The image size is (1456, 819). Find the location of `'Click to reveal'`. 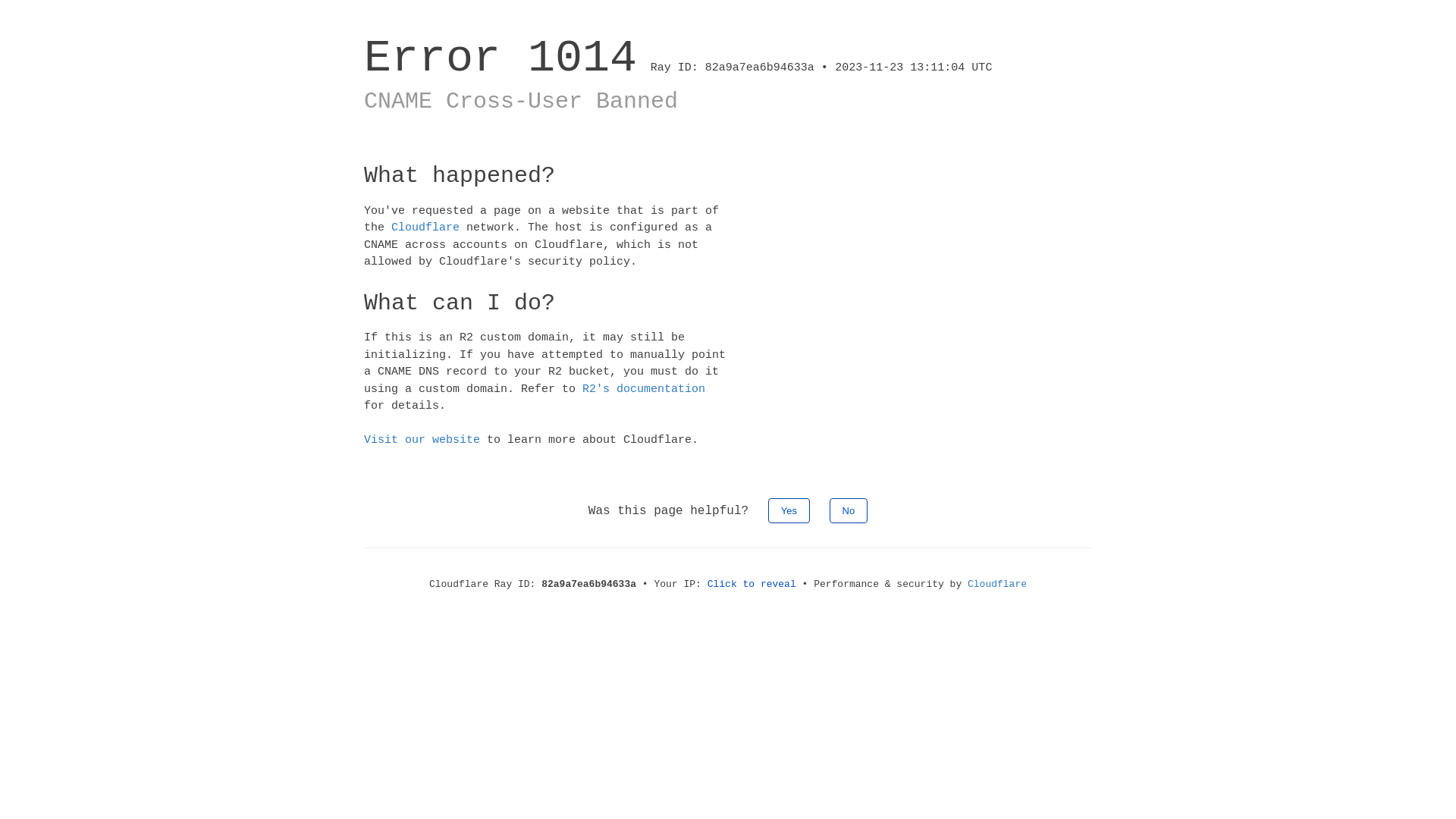

'Click to reveal' is located at coordinates (752, 582).